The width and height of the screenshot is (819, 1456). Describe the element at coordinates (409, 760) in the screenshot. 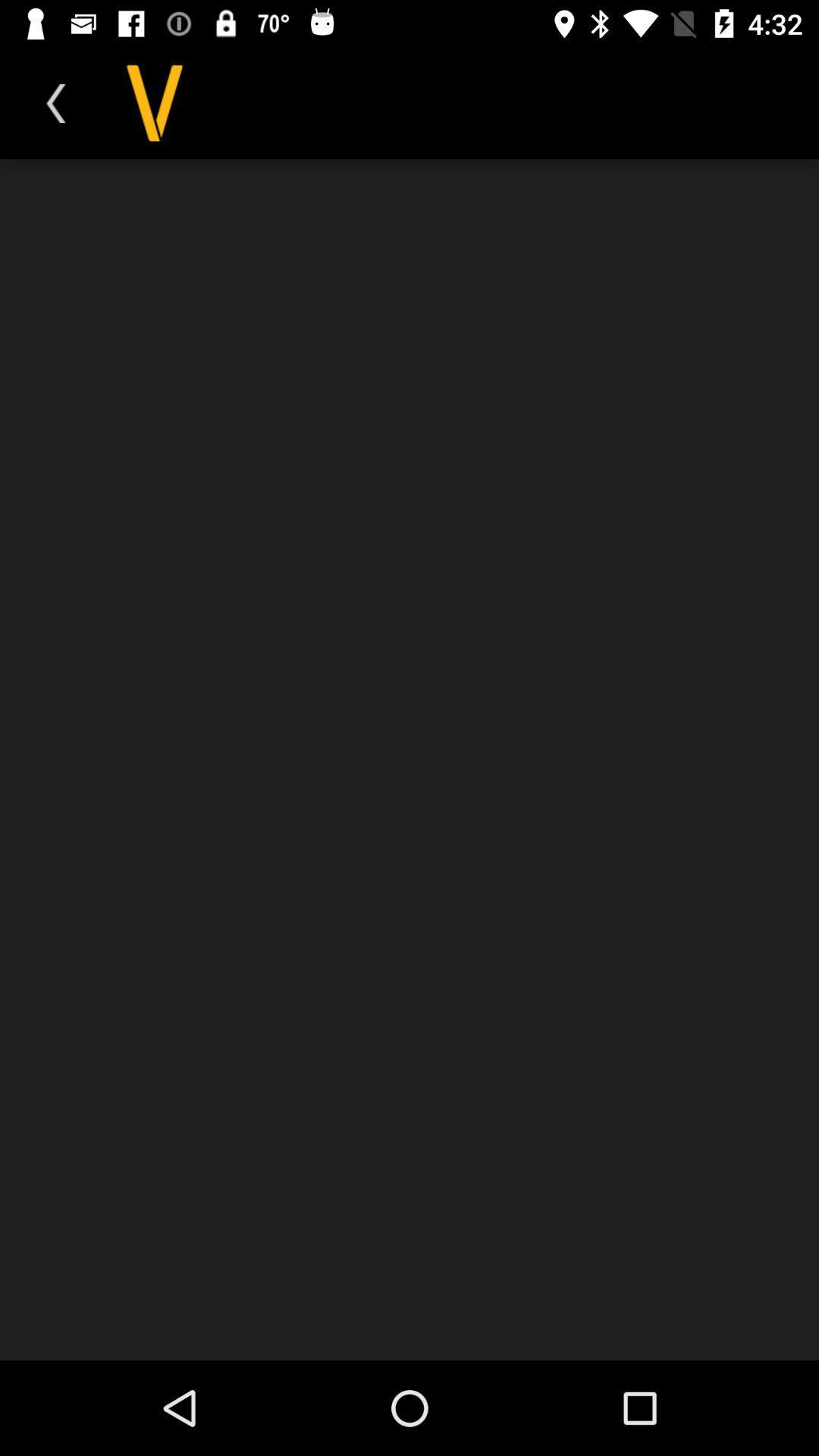

I see `item at the center` at that location.